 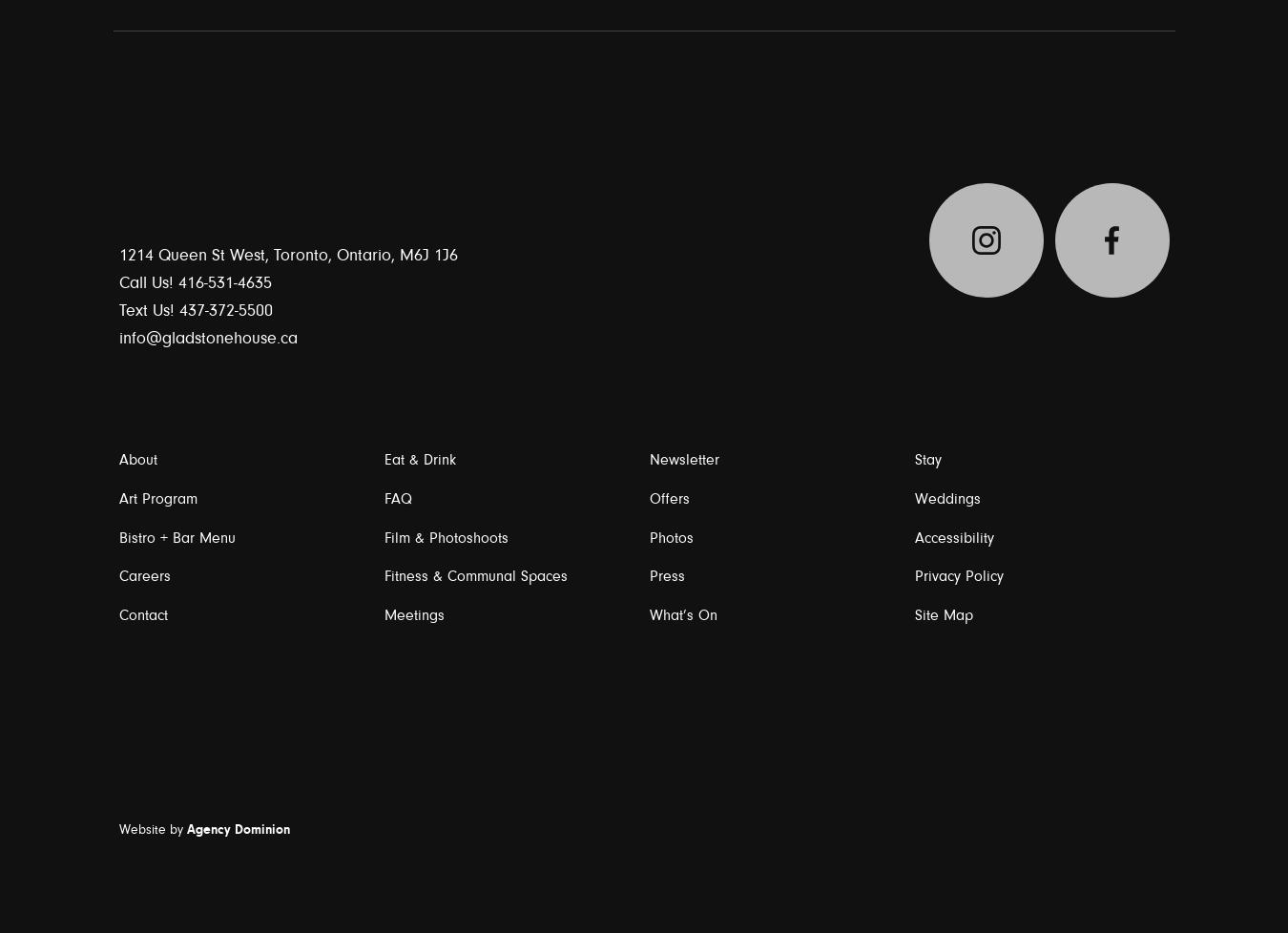 I want to click on 'Offers', so click(x=669, y=497).